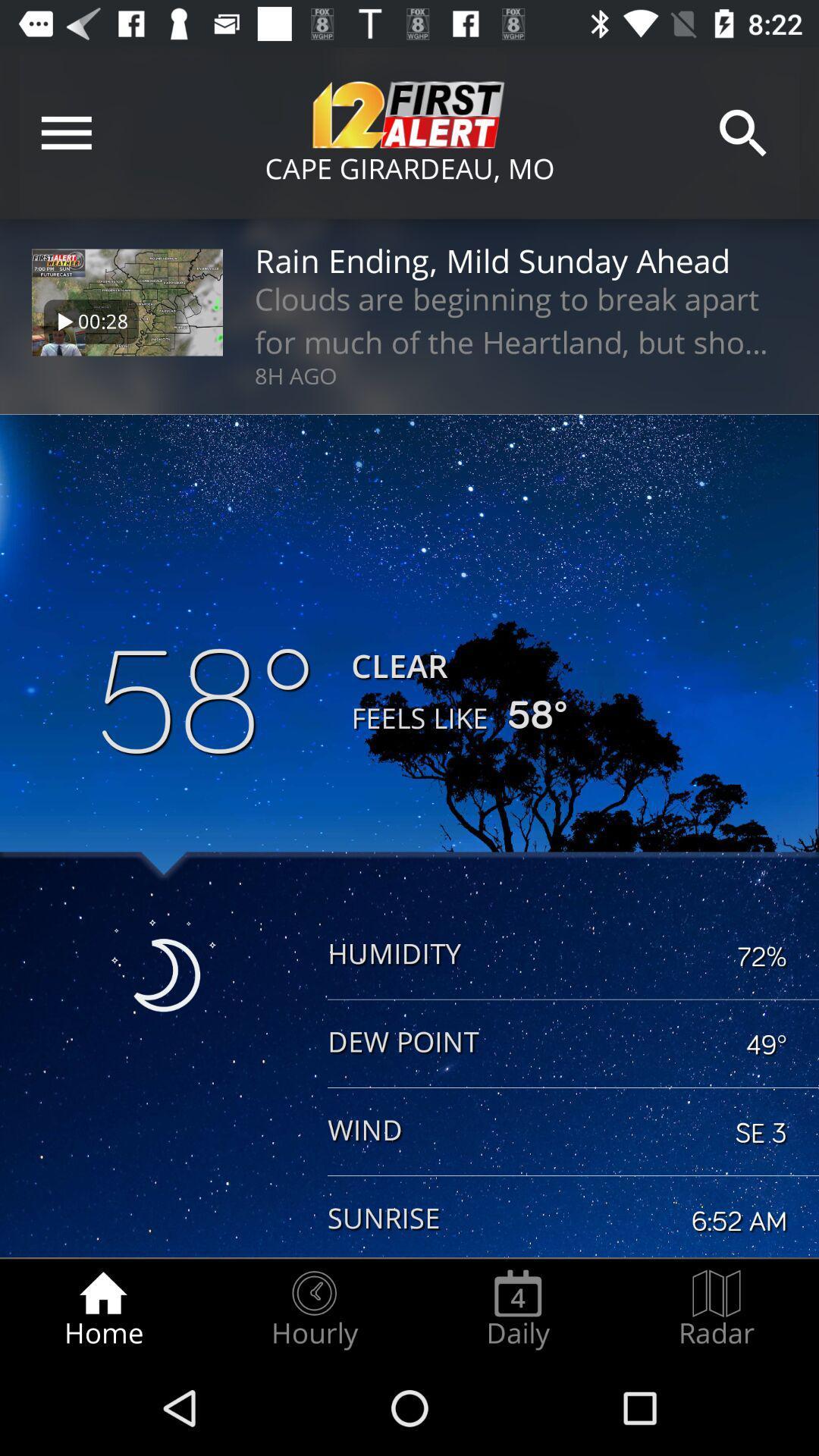  Describe the element at coordinates (313, 1309) in the screenshot. I see `item next to daily item` at that location.